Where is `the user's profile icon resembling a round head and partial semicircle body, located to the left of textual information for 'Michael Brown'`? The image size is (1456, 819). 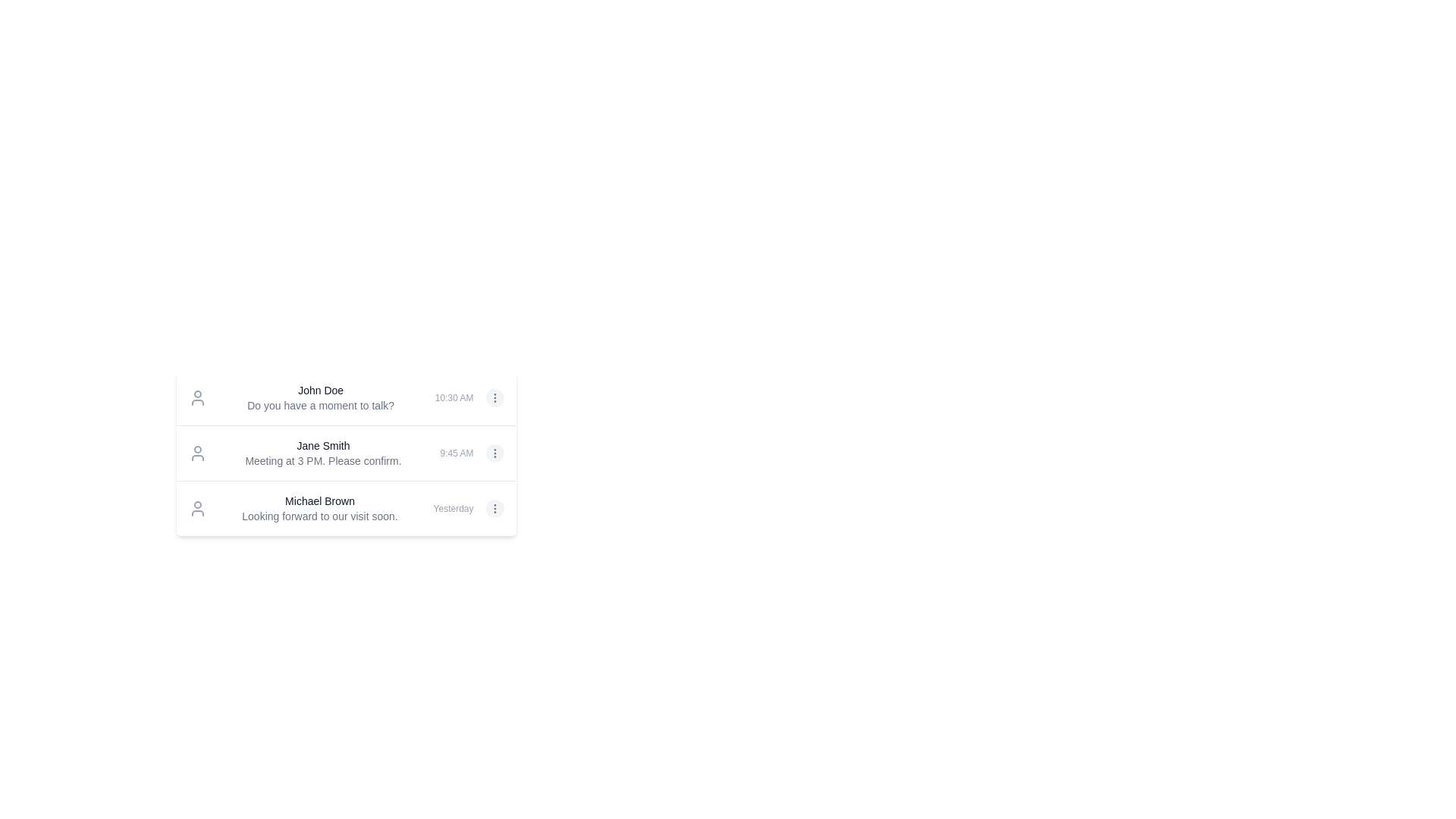 the user's profile icon resembling a round head and partial semicircle body, located to the left of textual information for 'Michael Brown' is located at coordinates (196, 509).